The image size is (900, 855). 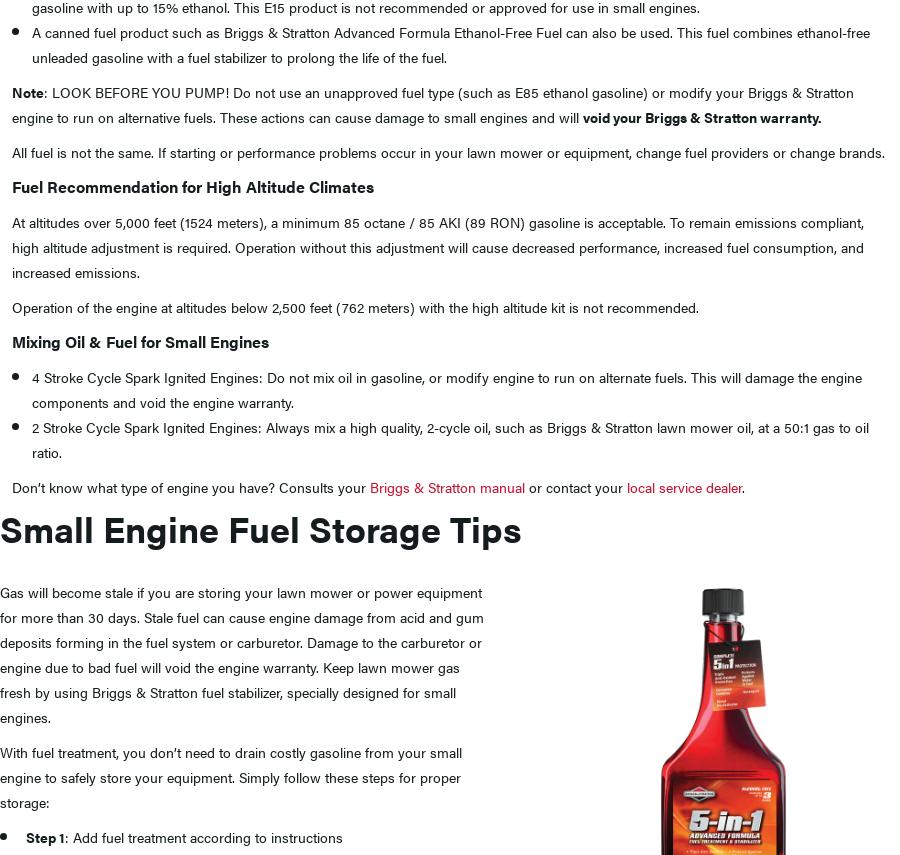 I want to click on 'Fuel Recommendation for High Altitude Climates', so click(x=192, y=185).